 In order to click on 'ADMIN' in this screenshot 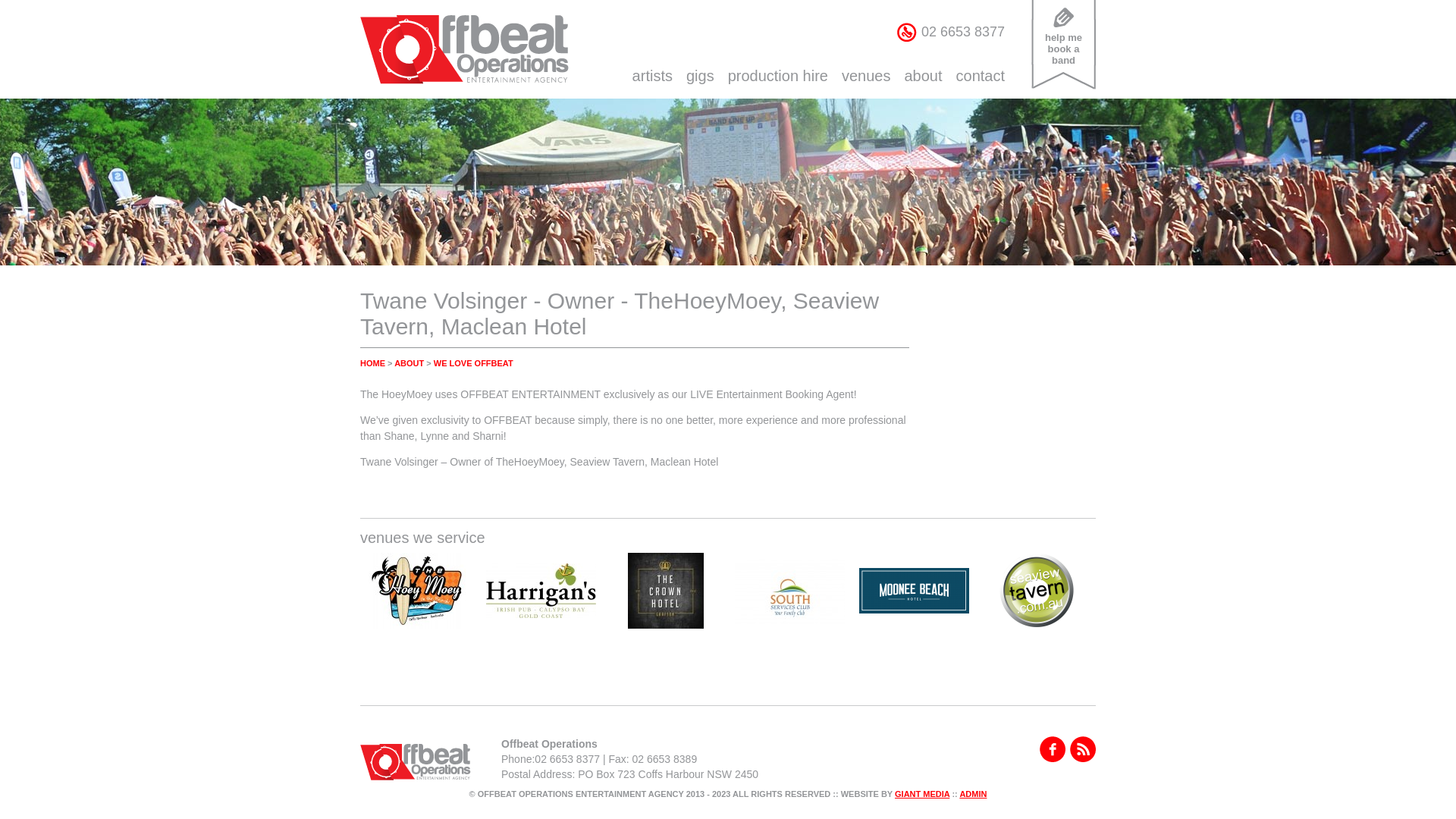, I will do `click(972, 792)`.